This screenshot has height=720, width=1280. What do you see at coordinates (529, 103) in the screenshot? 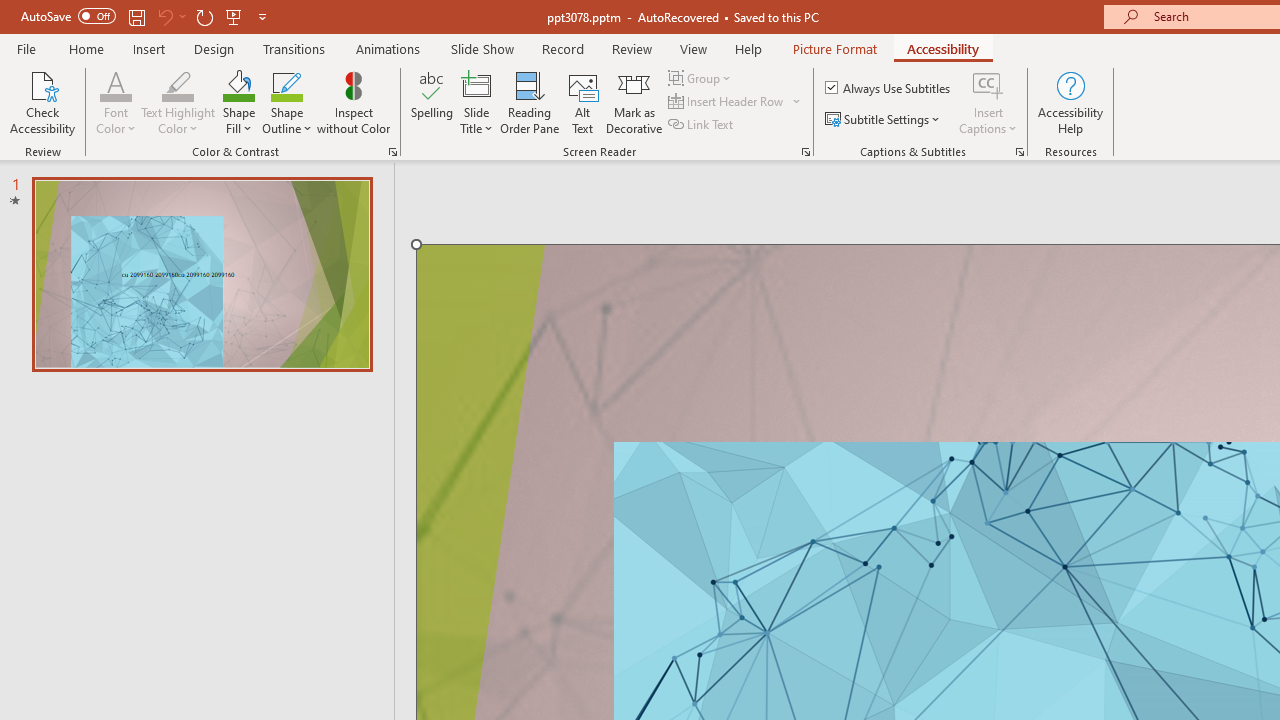
I see `'Reading Order Pane'` at bounding box center [529, 103].